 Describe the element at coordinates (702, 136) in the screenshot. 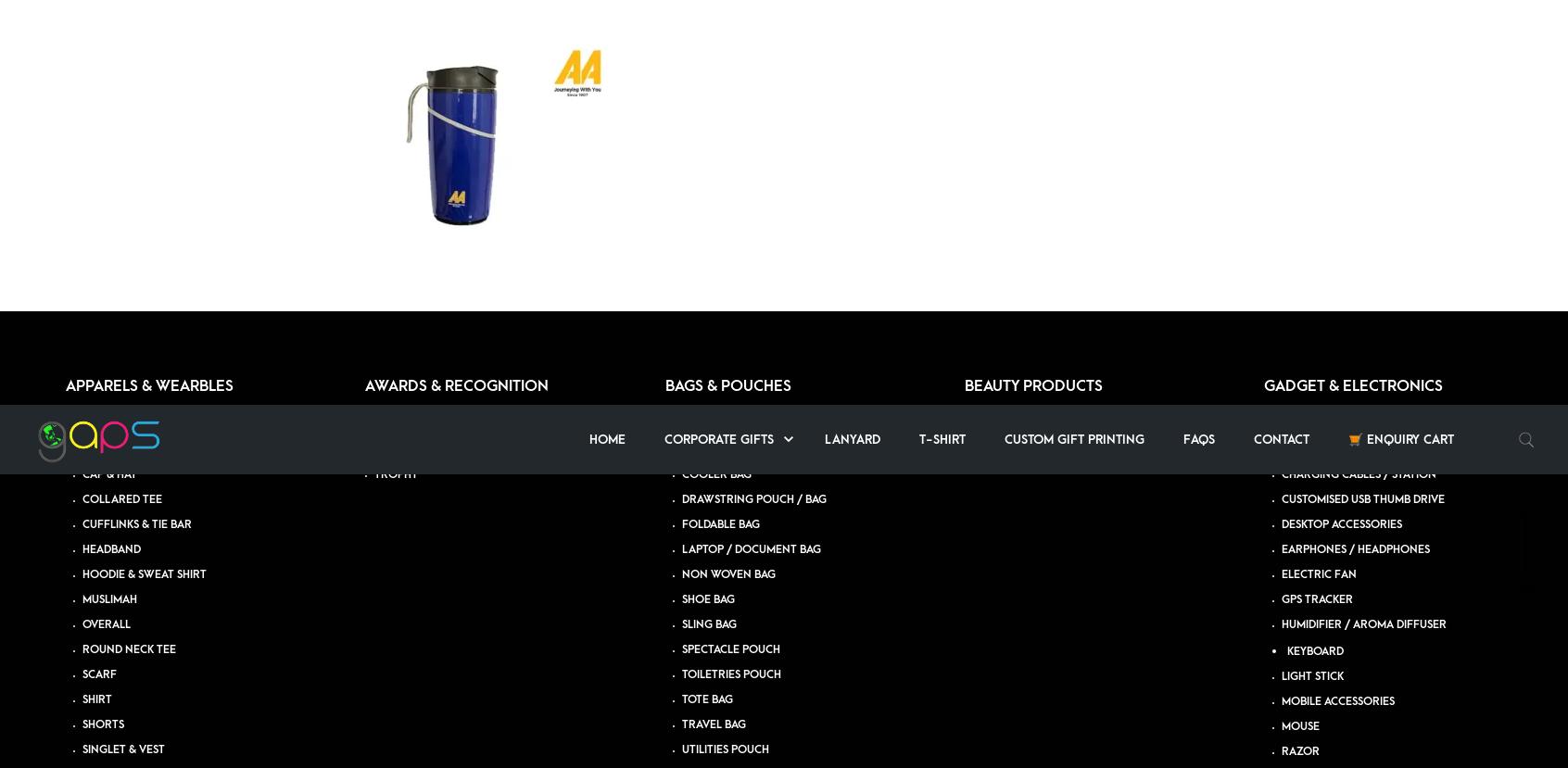

I see `'MAGNET'` at that location.